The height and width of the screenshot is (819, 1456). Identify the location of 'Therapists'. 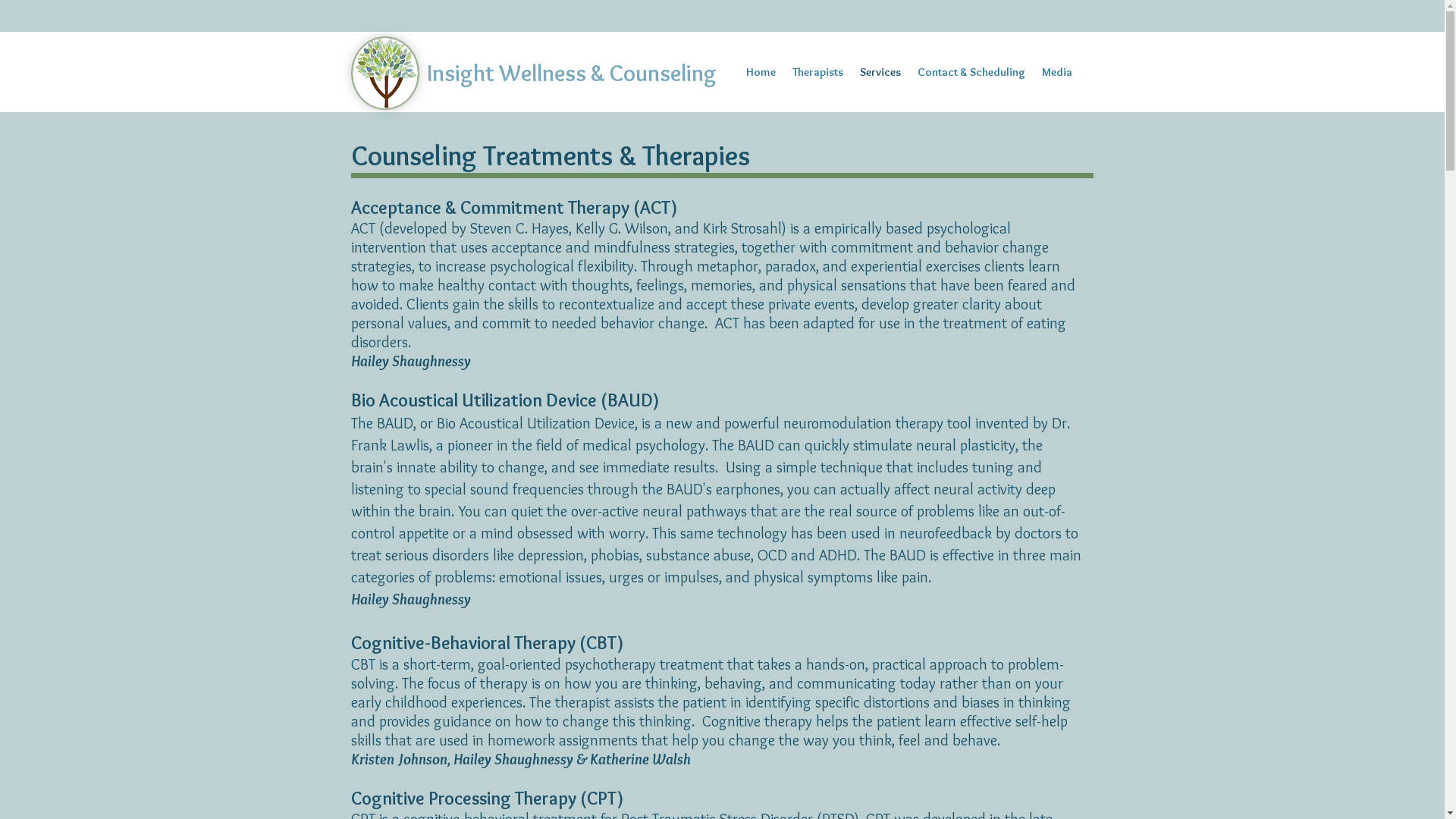
(817, 72).